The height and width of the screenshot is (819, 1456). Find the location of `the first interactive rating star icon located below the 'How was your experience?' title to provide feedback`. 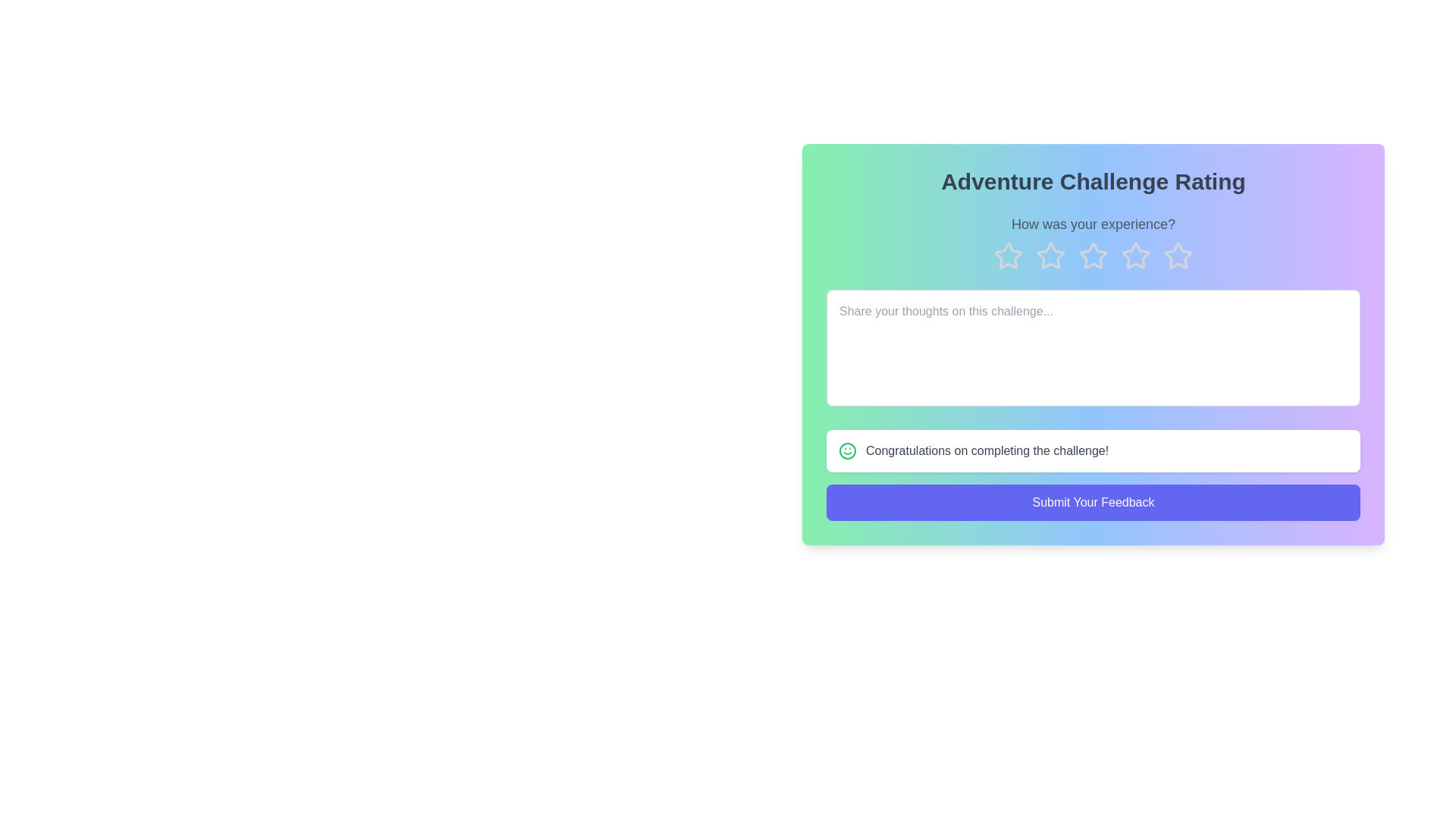

the first interactive rating star icon located below the 'How was your experience?' title to provide feedback is located at coordinates (1008, 254).